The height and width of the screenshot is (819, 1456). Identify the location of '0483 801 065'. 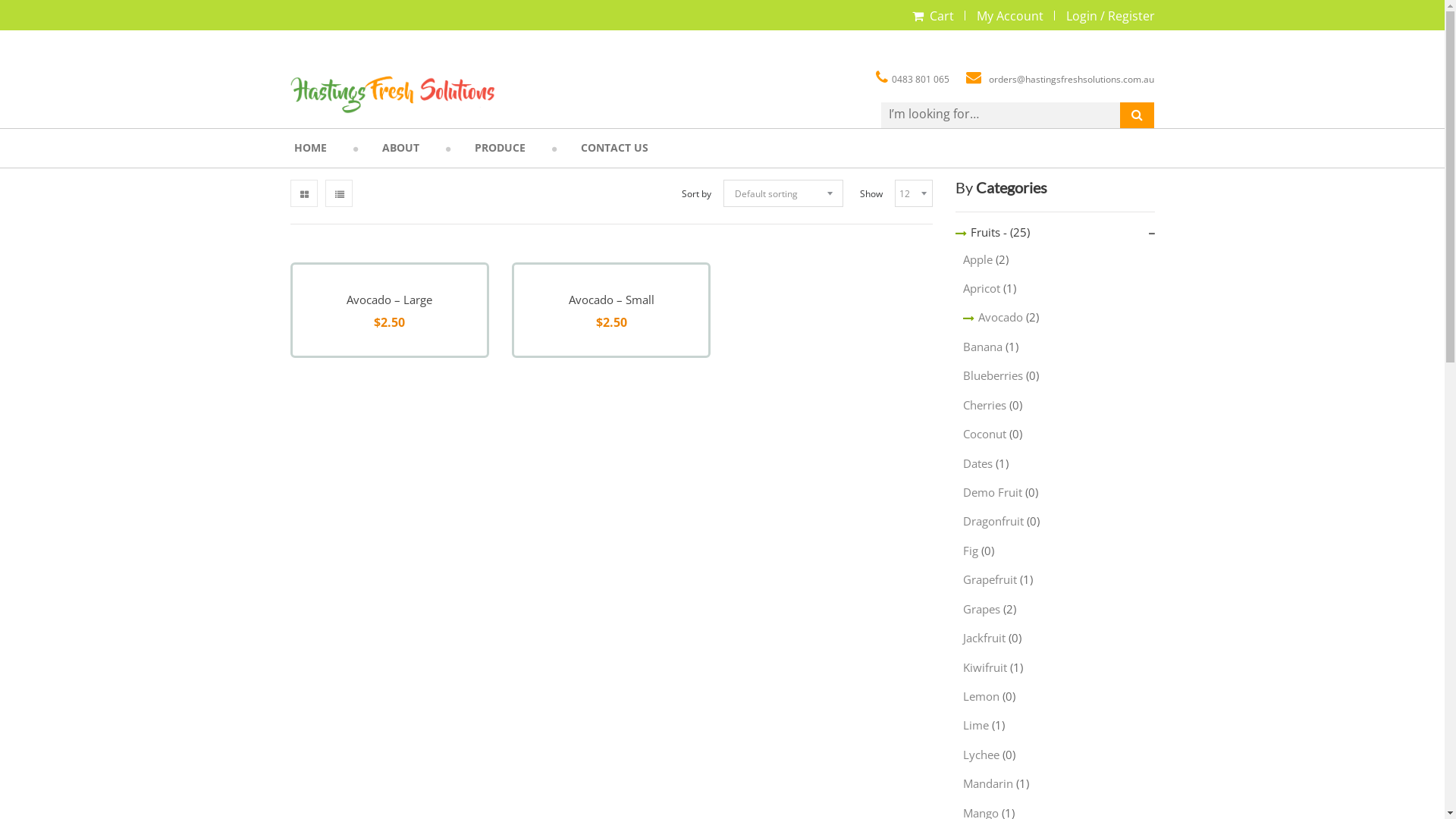
(912, 79).